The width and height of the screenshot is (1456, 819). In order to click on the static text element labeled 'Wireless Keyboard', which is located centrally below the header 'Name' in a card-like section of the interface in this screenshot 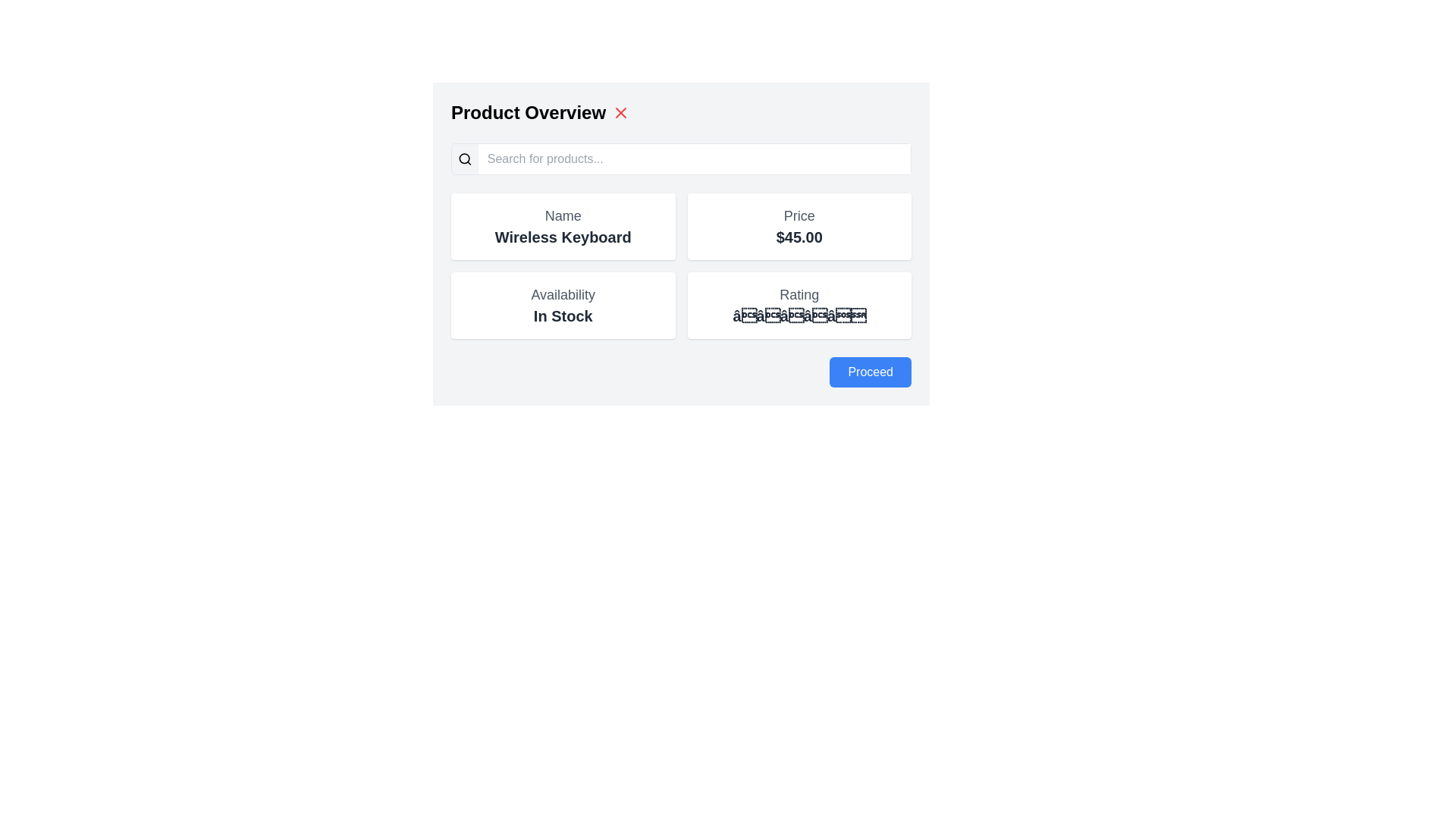, I will do `click(562, 237)`.